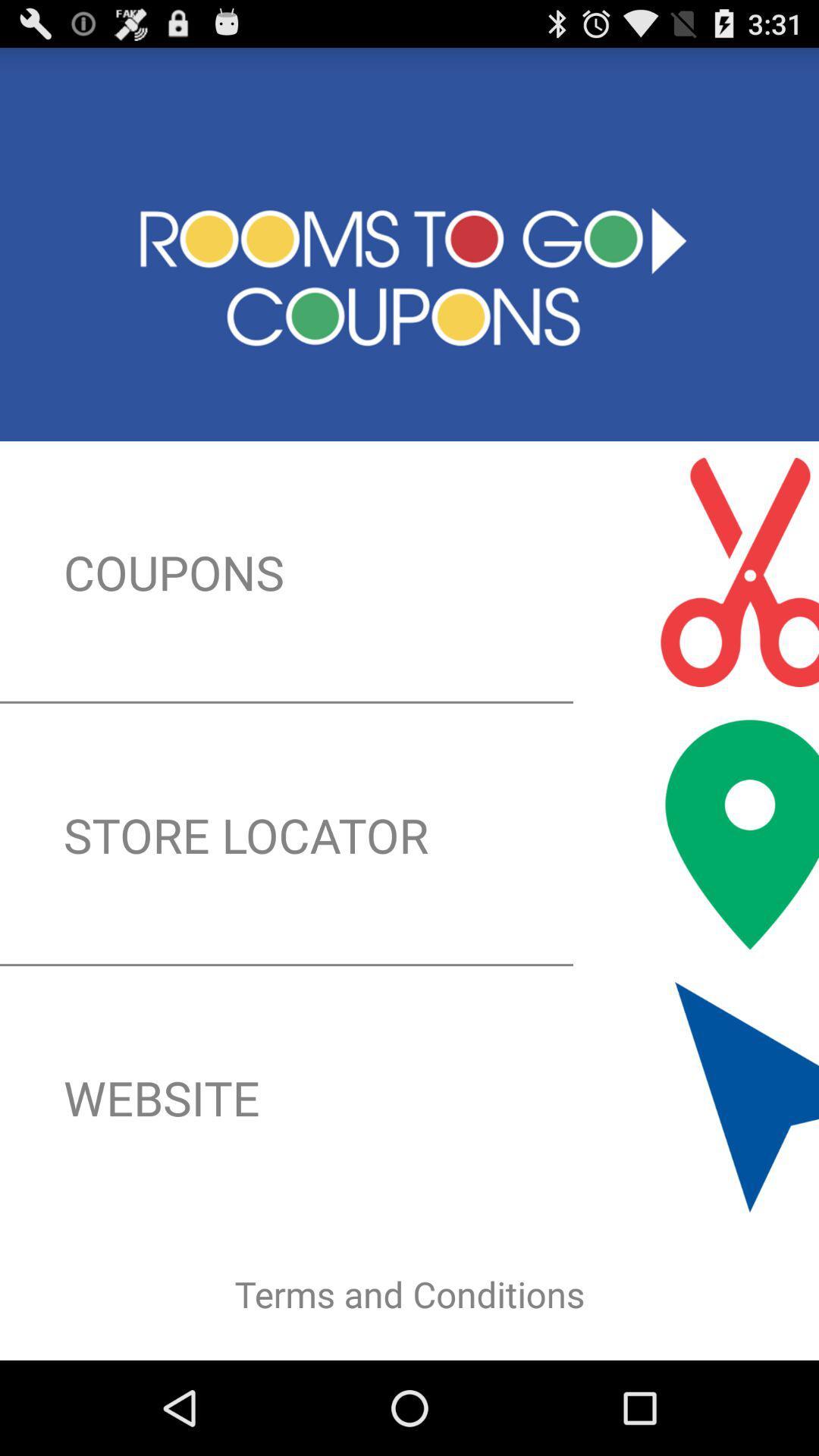 This screenshot has height=1456, width=819. I want to click on website item, so click(409, 1097).